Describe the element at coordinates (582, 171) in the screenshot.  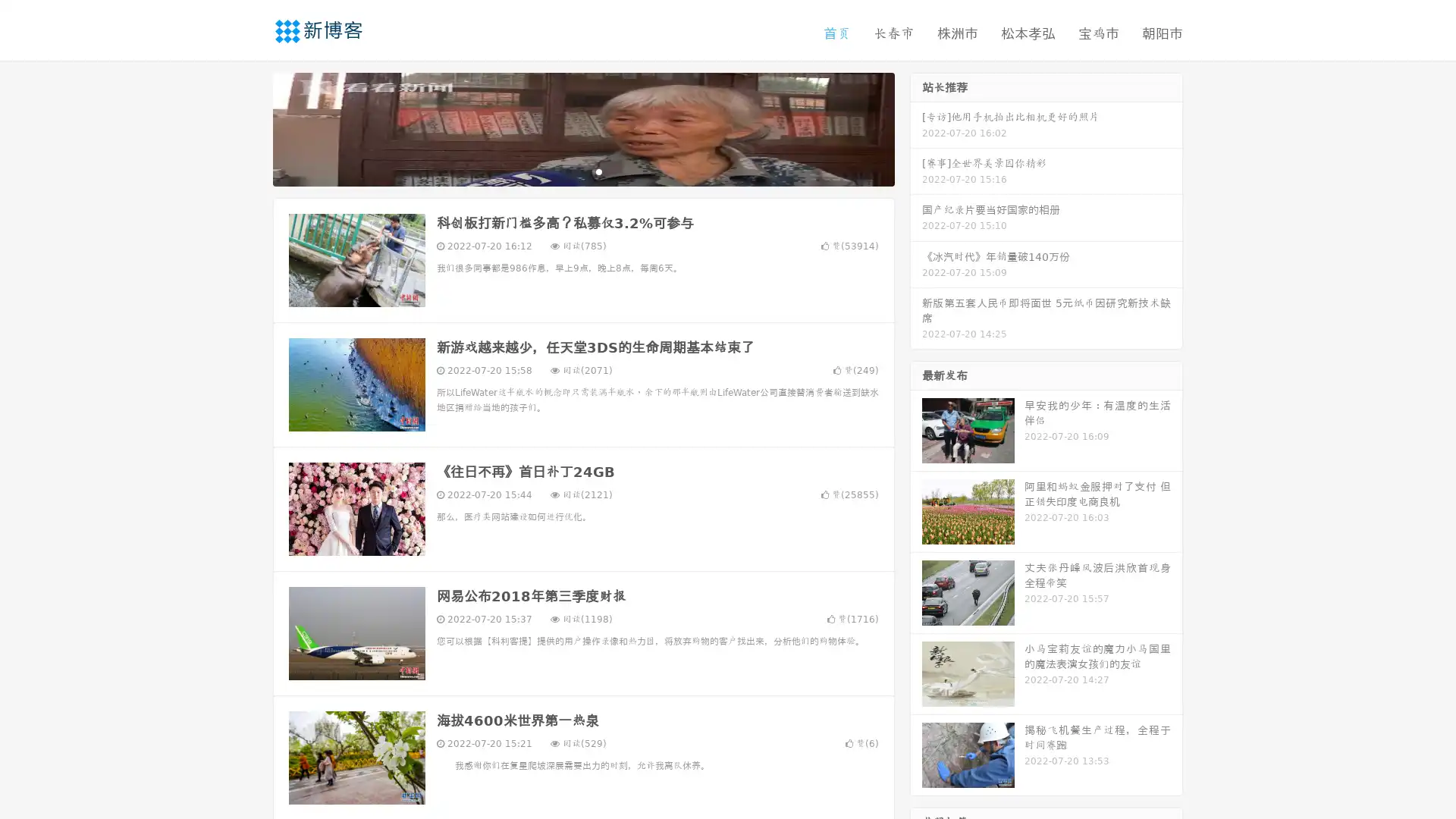
I see `Go to slide 2` at that location.